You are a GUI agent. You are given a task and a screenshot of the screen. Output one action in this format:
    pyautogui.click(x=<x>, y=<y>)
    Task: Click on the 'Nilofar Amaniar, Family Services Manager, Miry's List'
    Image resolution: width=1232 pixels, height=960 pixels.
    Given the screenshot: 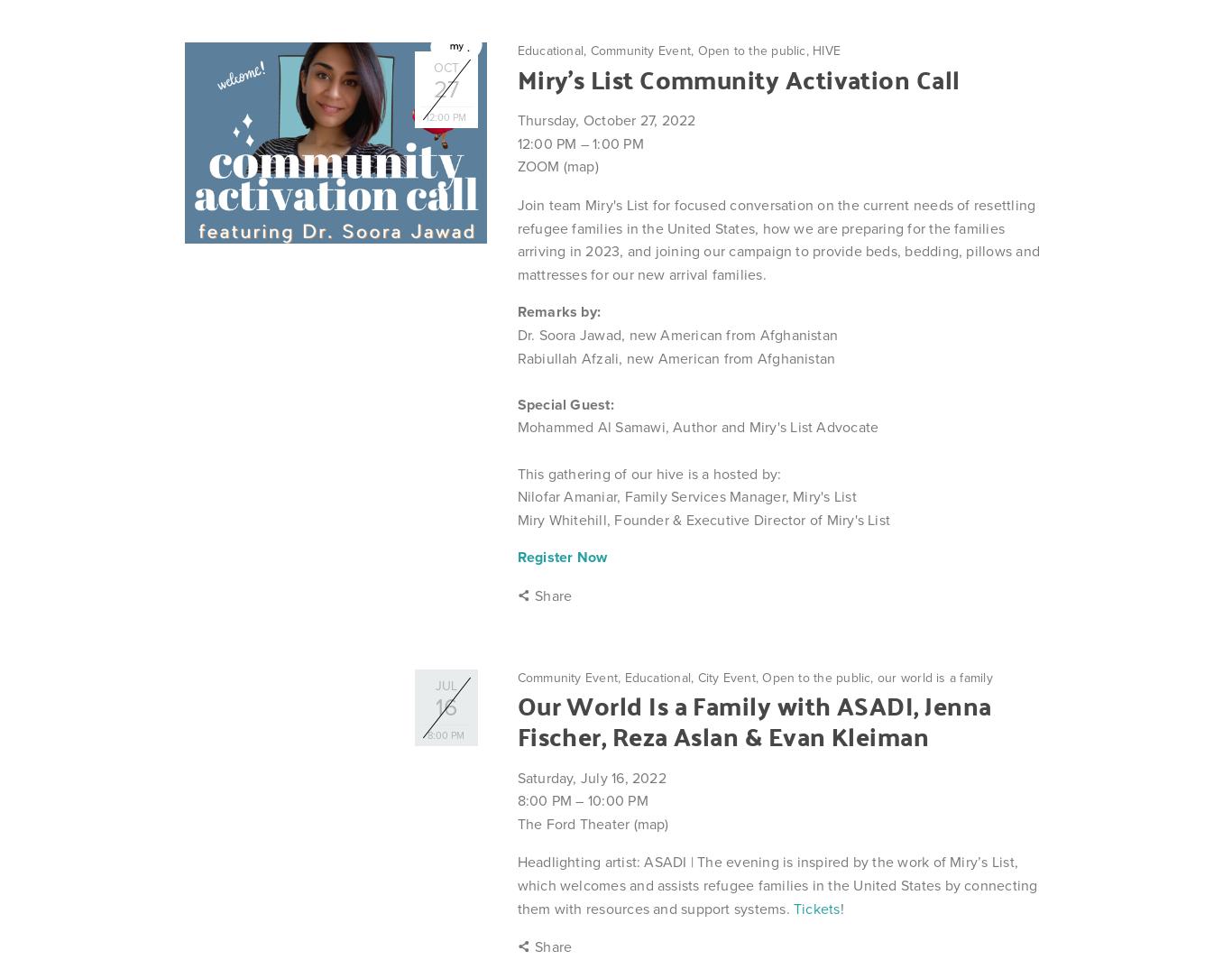 What is the action you would take?
    pyautogui.click(x=685, y=496)
    